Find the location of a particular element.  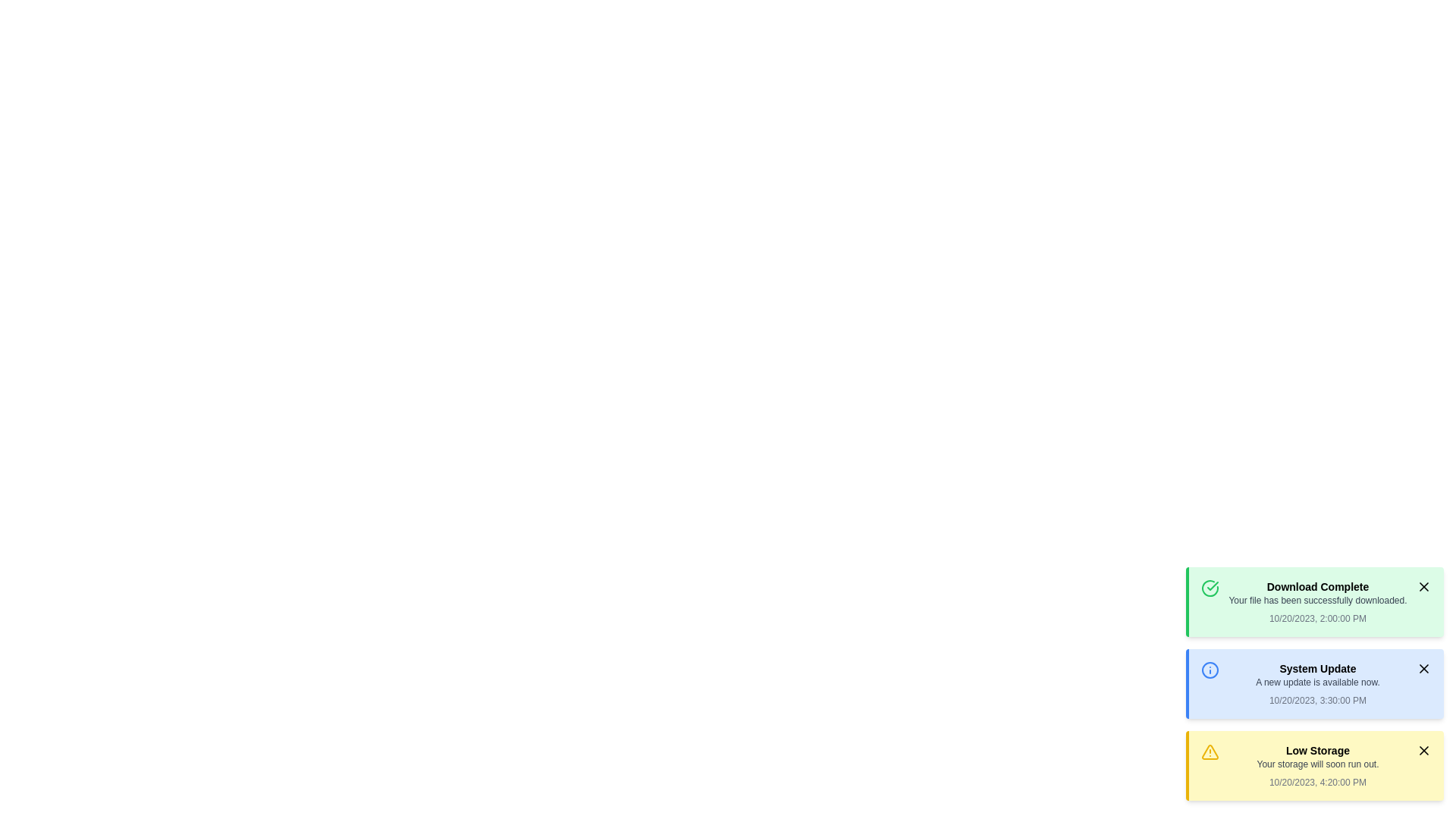

the green circular Decorative Icon with a checkmark located inside the 'Download Complete' notification box is located at coordinates (1210, 587).